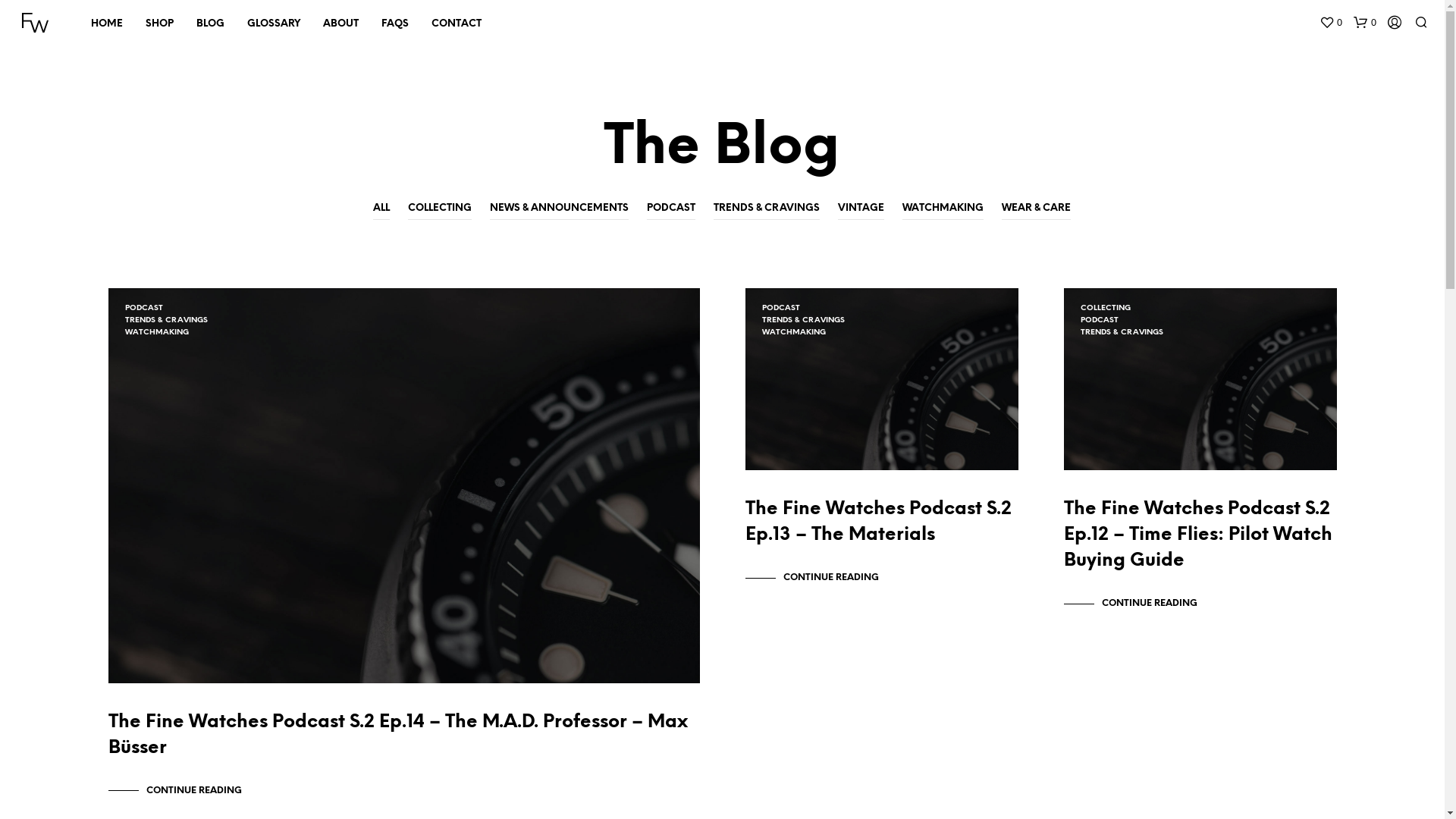  What do you see at coordinates (340, 24) in the screenshot?
I see `'ABOUT'` at bounding box center [340, 24].